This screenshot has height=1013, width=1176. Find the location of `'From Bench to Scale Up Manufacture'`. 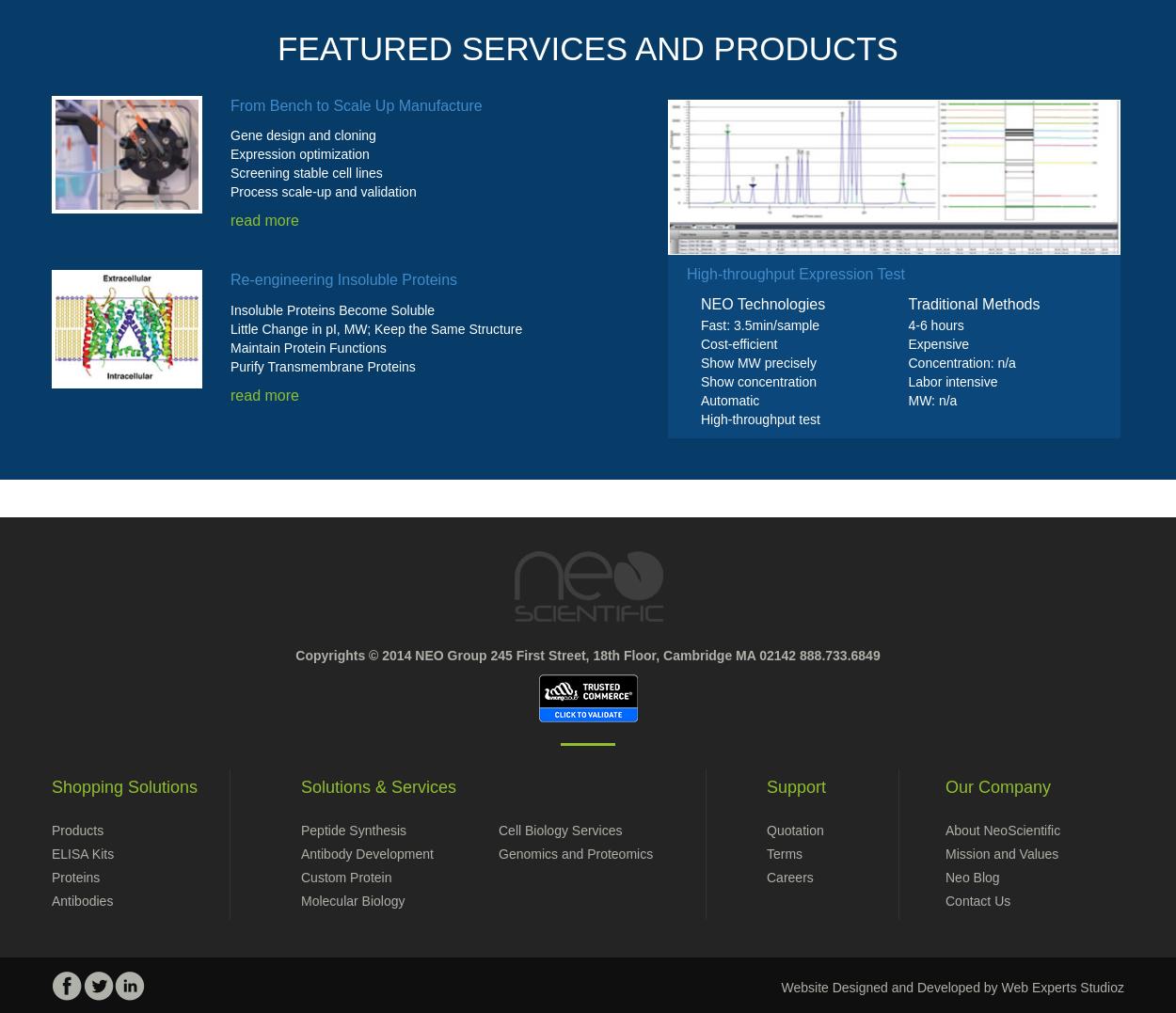

'From Bench to Scale Up Manufacture' is located at coordinates (356, 103).